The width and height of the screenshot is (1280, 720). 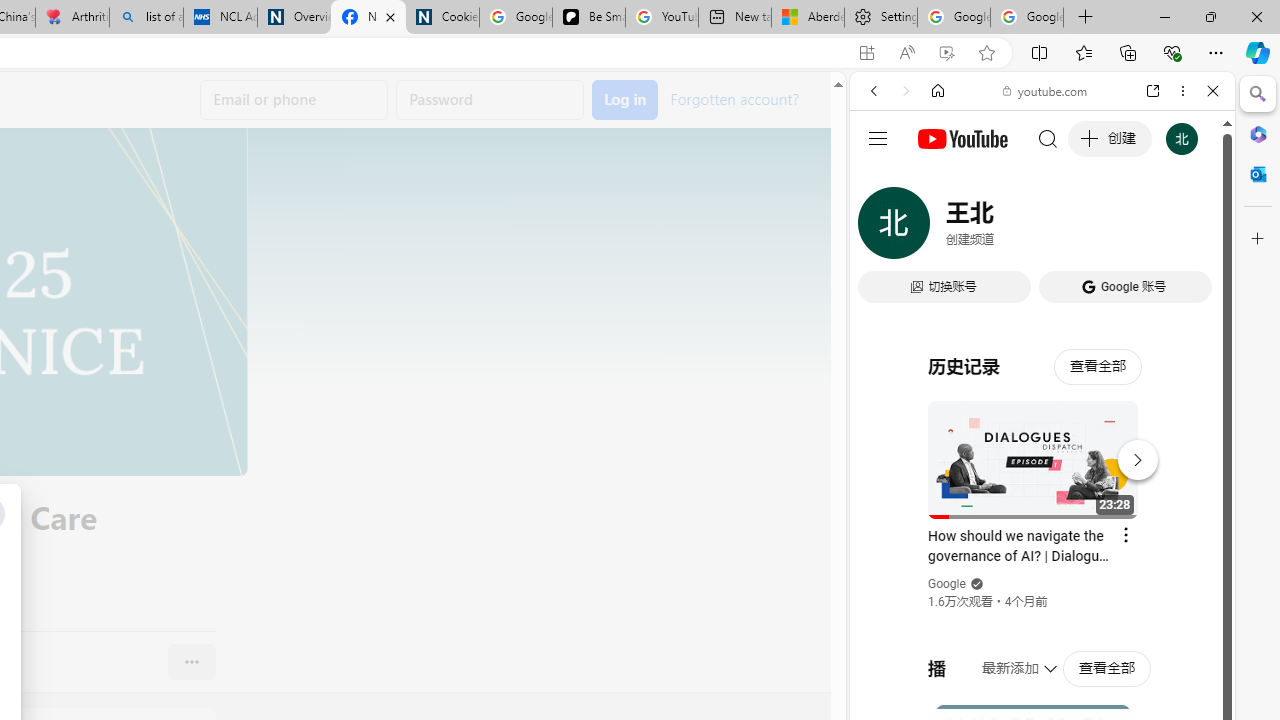 What do you see at coordinates (441, 17) in the screenshot?
I see `'Cookies'` at bounding box center [441, 17].